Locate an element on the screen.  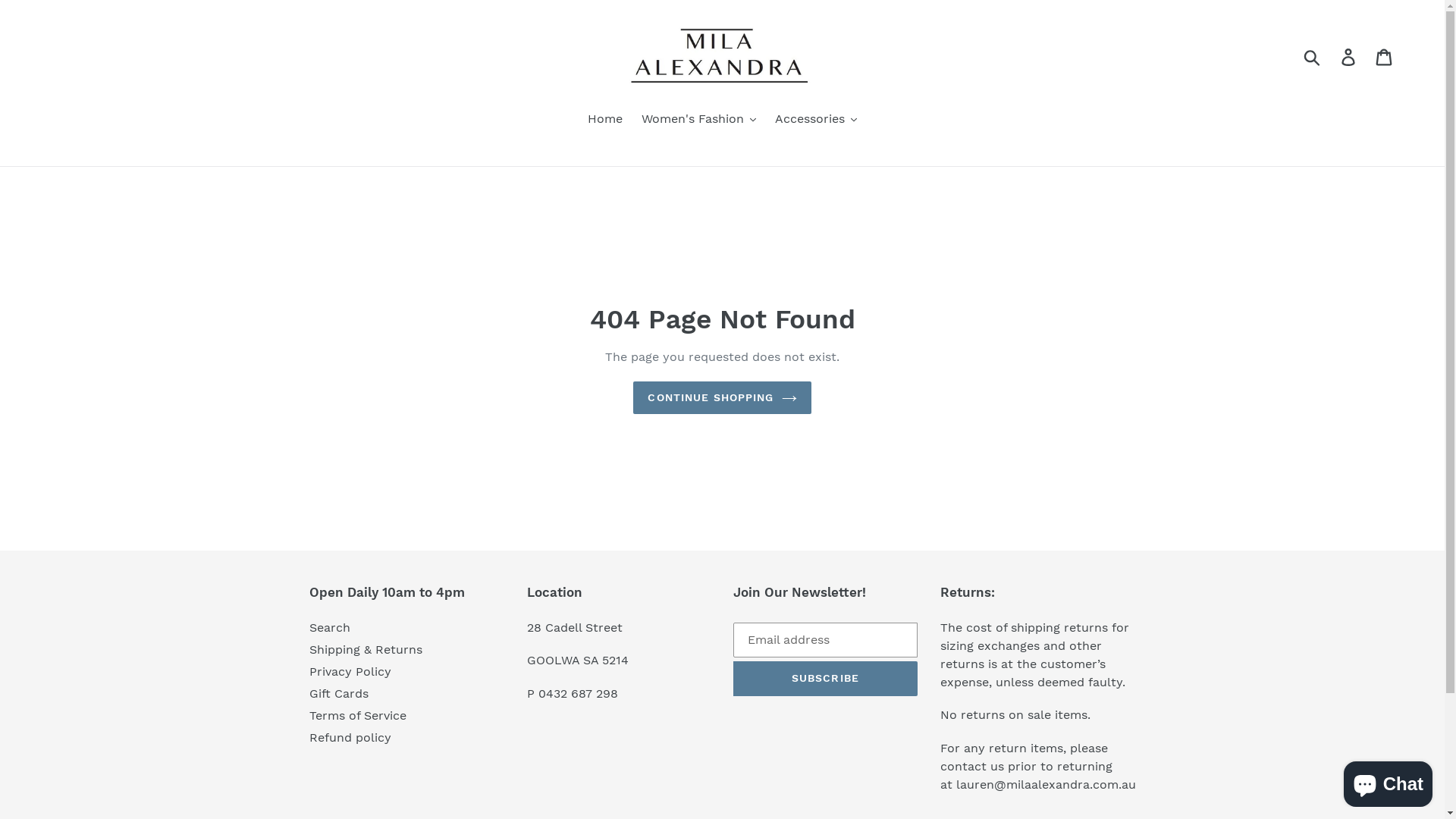
'Shopify online store chat' is located at coordinates (1388, 780).